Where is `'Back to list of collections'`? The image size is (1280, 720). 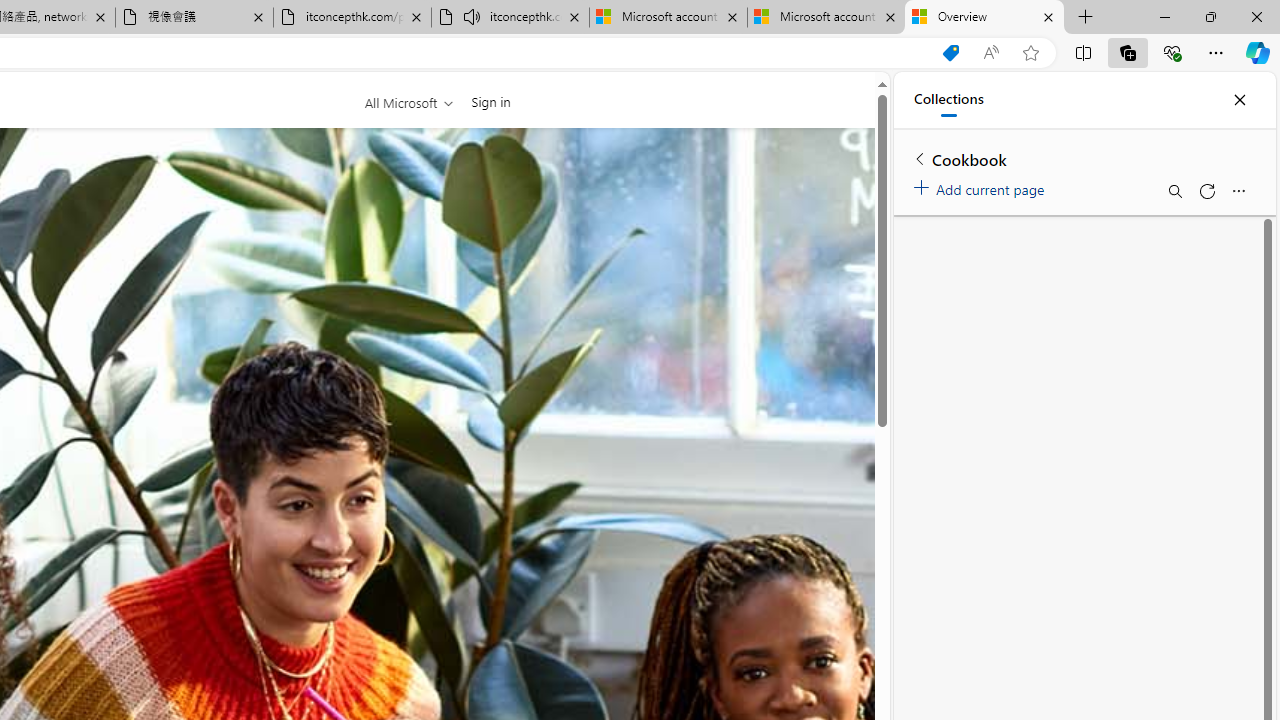
'Back to list of collections' is located at coordinates (919, 158).